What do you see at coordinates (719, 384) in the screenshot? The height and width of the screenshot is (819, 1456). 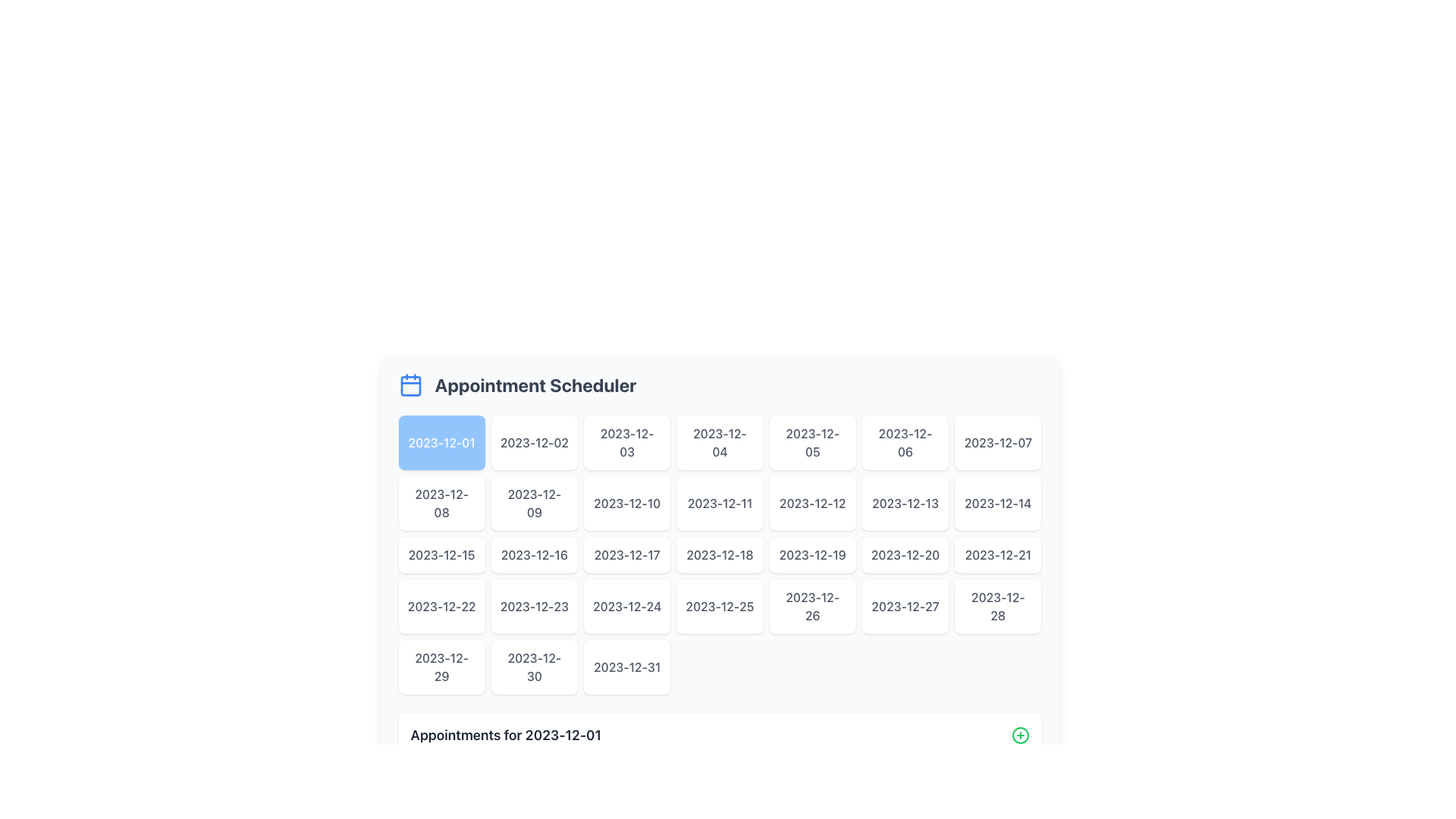 I see `title of the appointment scheduler located at the top of the main content area, above the grid of selectable dates` at bounding box center [719, 384].